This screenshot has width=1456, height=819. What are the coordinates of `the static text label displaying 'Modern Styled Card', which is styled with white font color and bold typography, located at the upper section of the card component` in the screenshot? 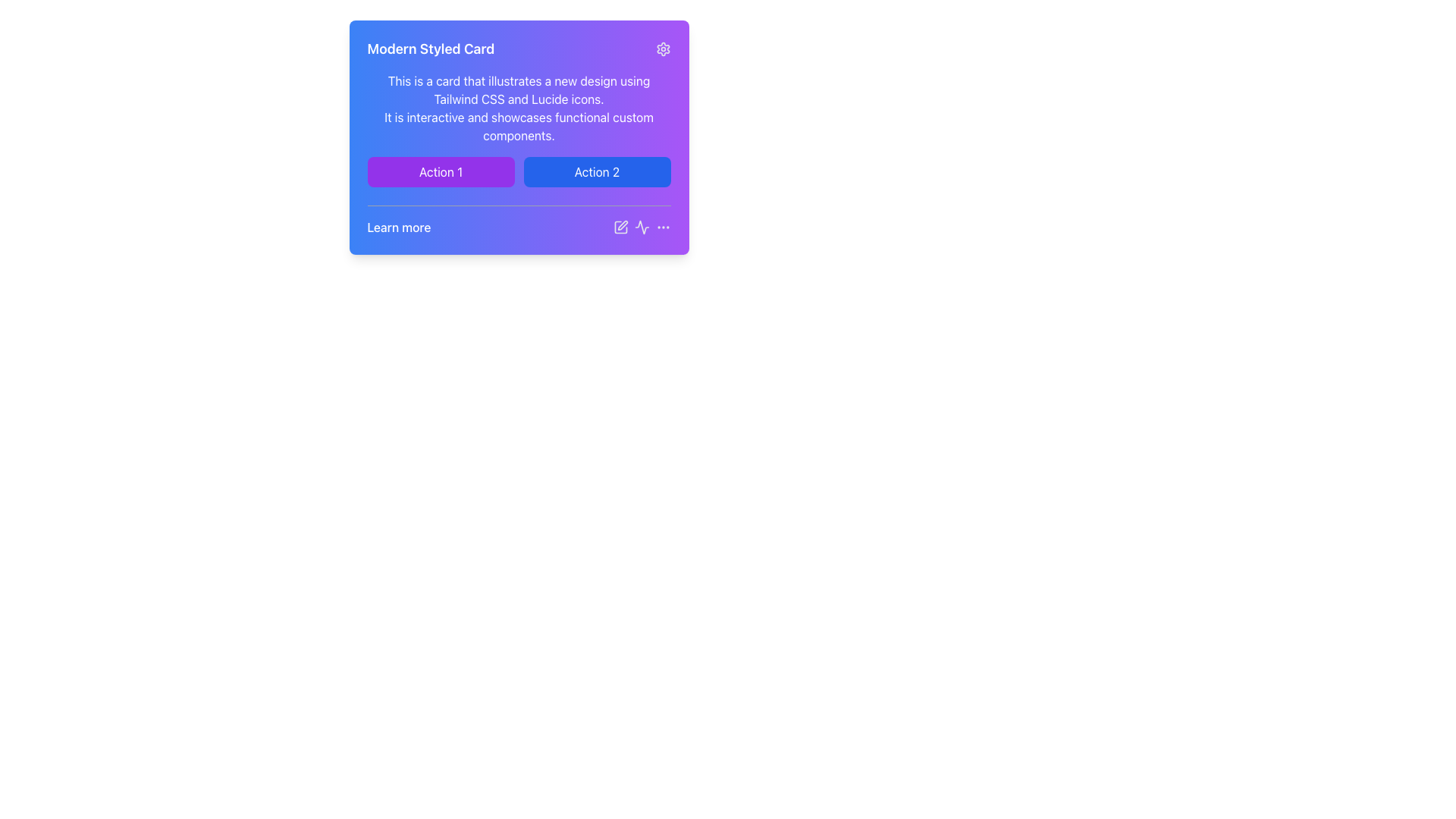 It's located at (430, 49).